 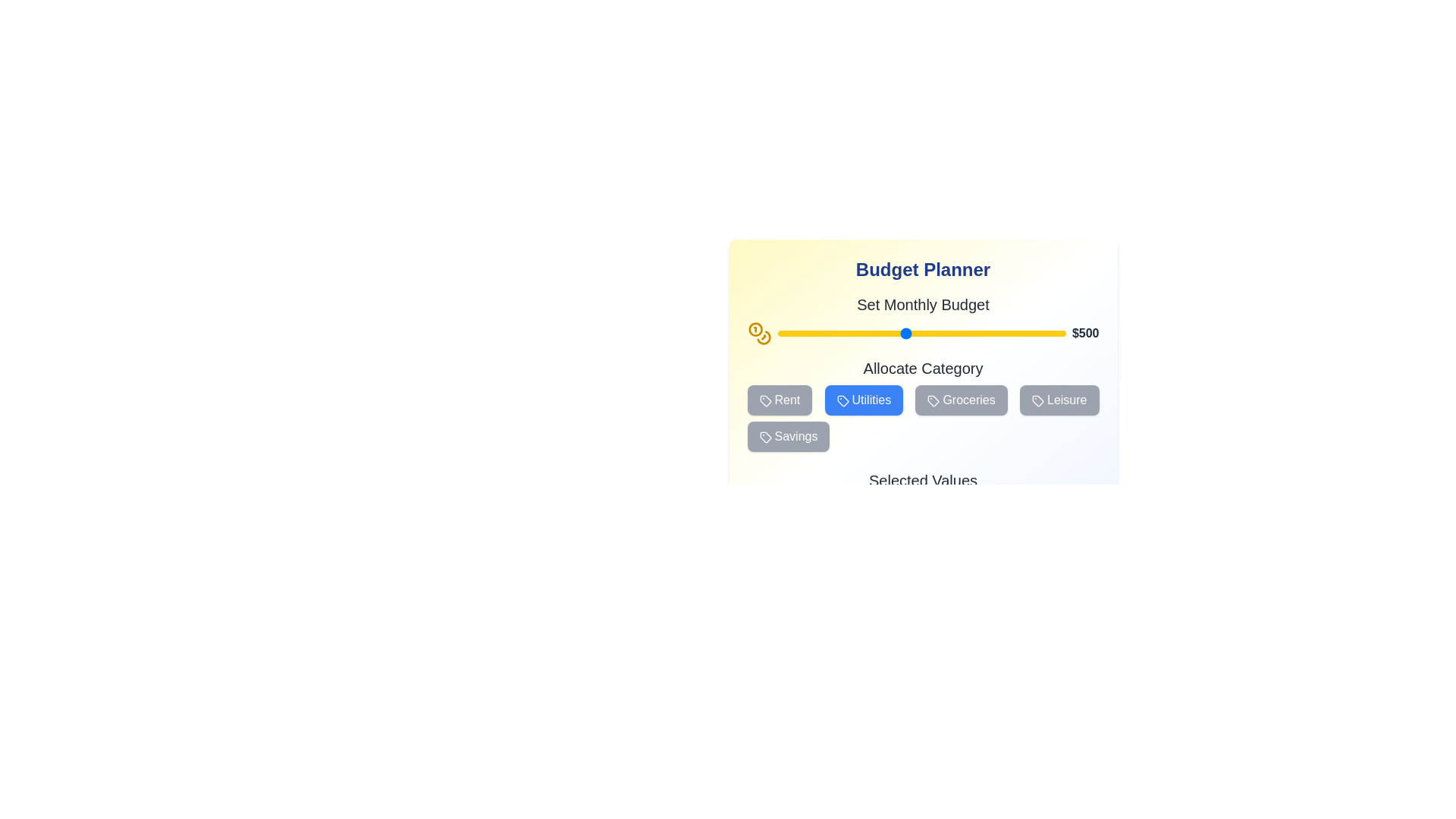 I want to click on the monthly budget, so click(x=779, y=332).